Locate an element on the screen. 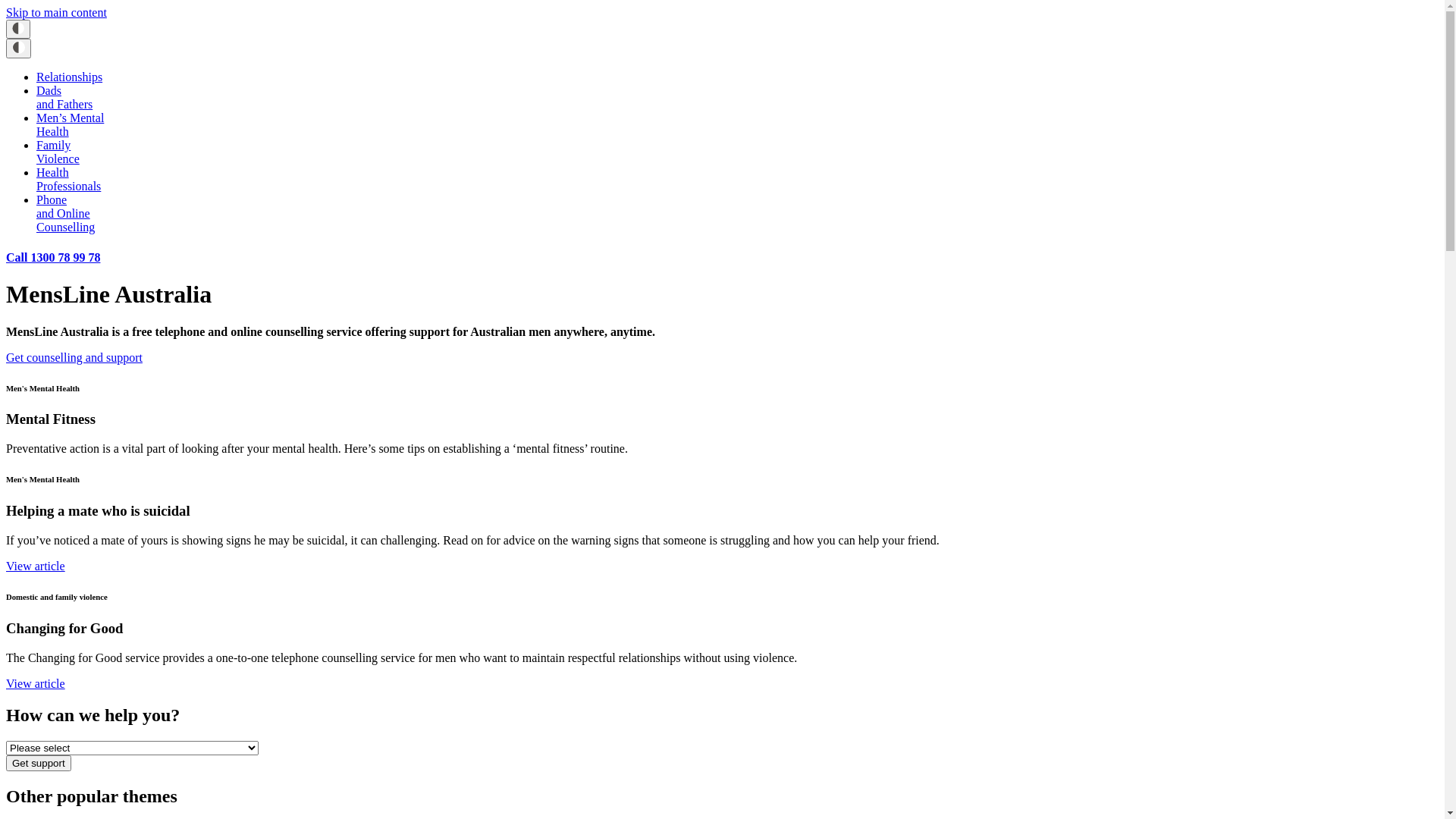 This screenshot has height=819, width=1456. 'Skip to main content' is located at coordinates (56, 12).